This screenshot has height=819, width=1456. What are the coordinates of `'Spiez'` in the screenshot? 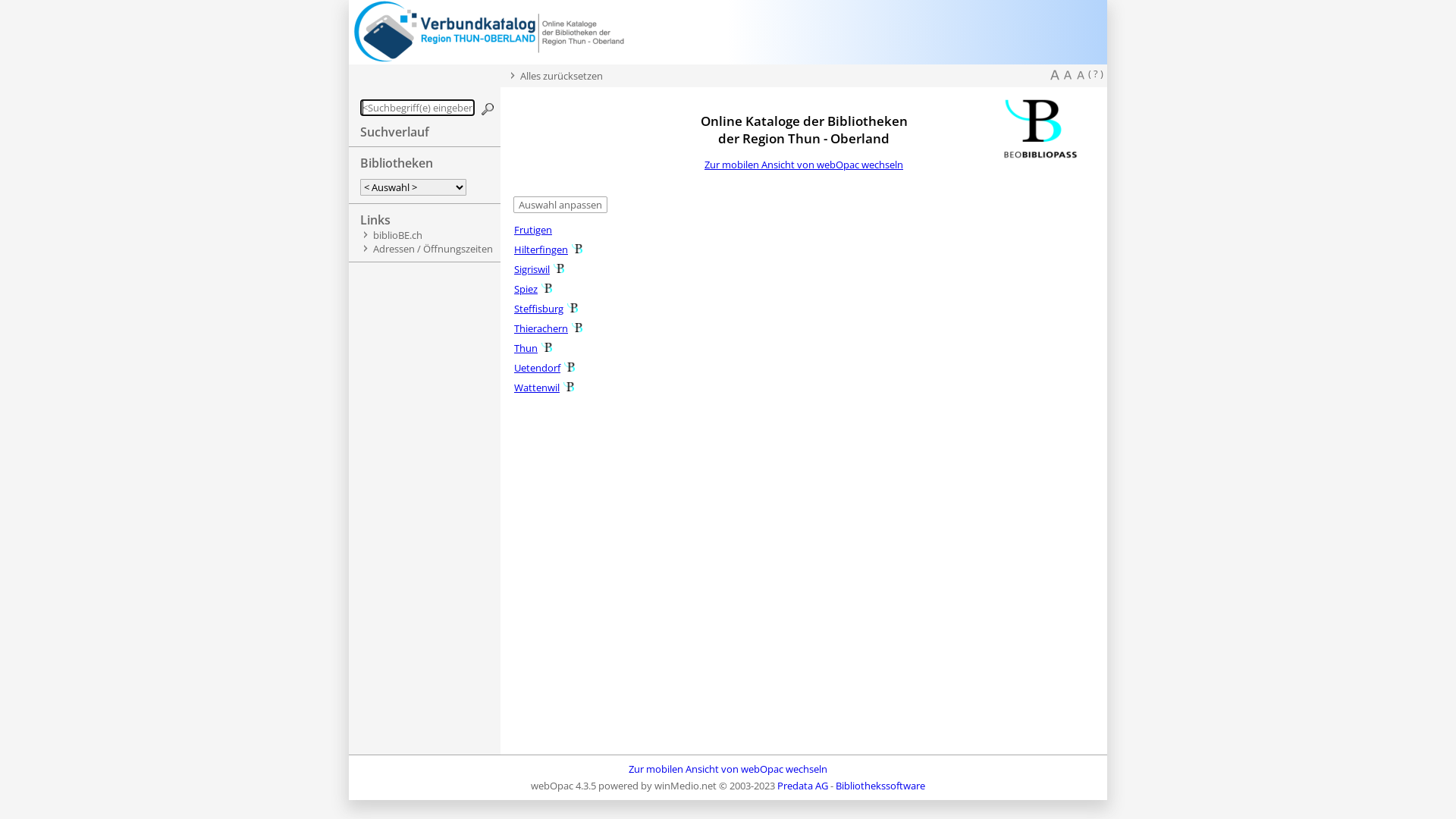 It's located at (526, 289).